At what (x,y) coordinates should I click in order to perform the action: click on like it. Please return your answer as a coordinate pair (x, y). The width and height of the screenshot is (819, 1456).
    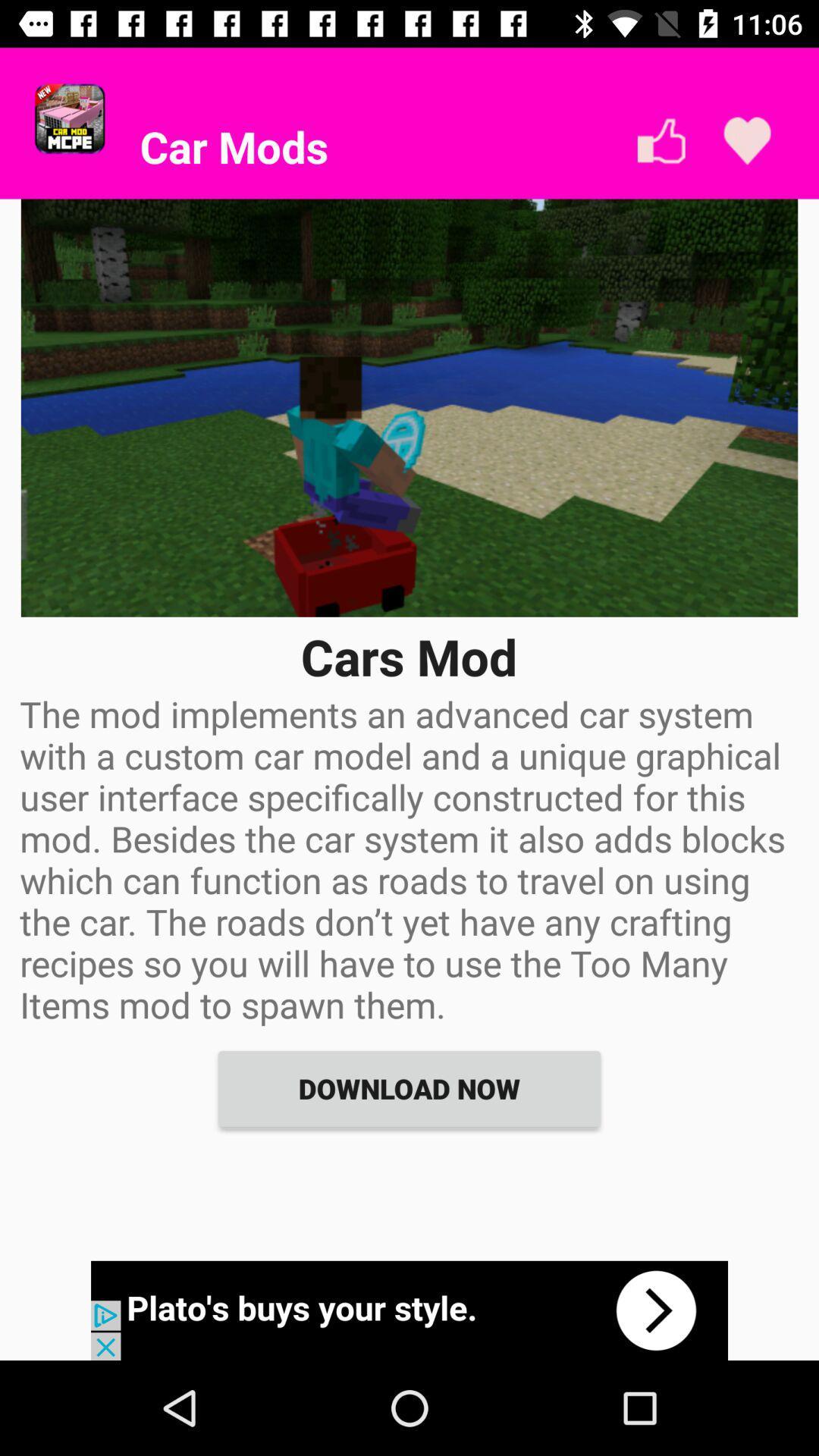
    Looking at the image, I should click on (746, 141).